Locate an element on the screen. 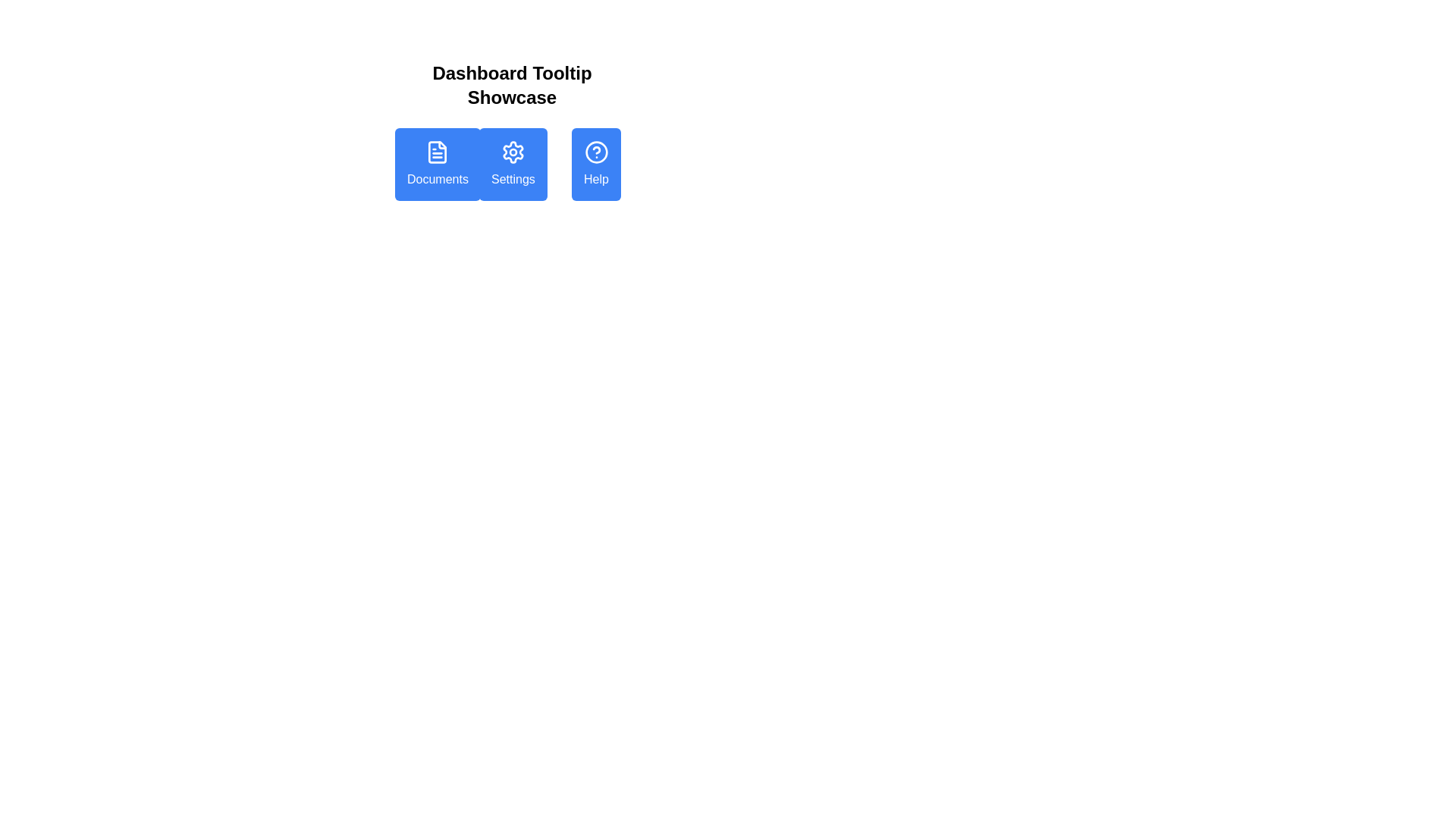 Image resolution: width=1456 pixels, height=819 pixels. the blue 'Help' button located in the top-right section of the main button group below the 'Dashboard Tooltip Showcase' heading is located at coordinates (595, 164).